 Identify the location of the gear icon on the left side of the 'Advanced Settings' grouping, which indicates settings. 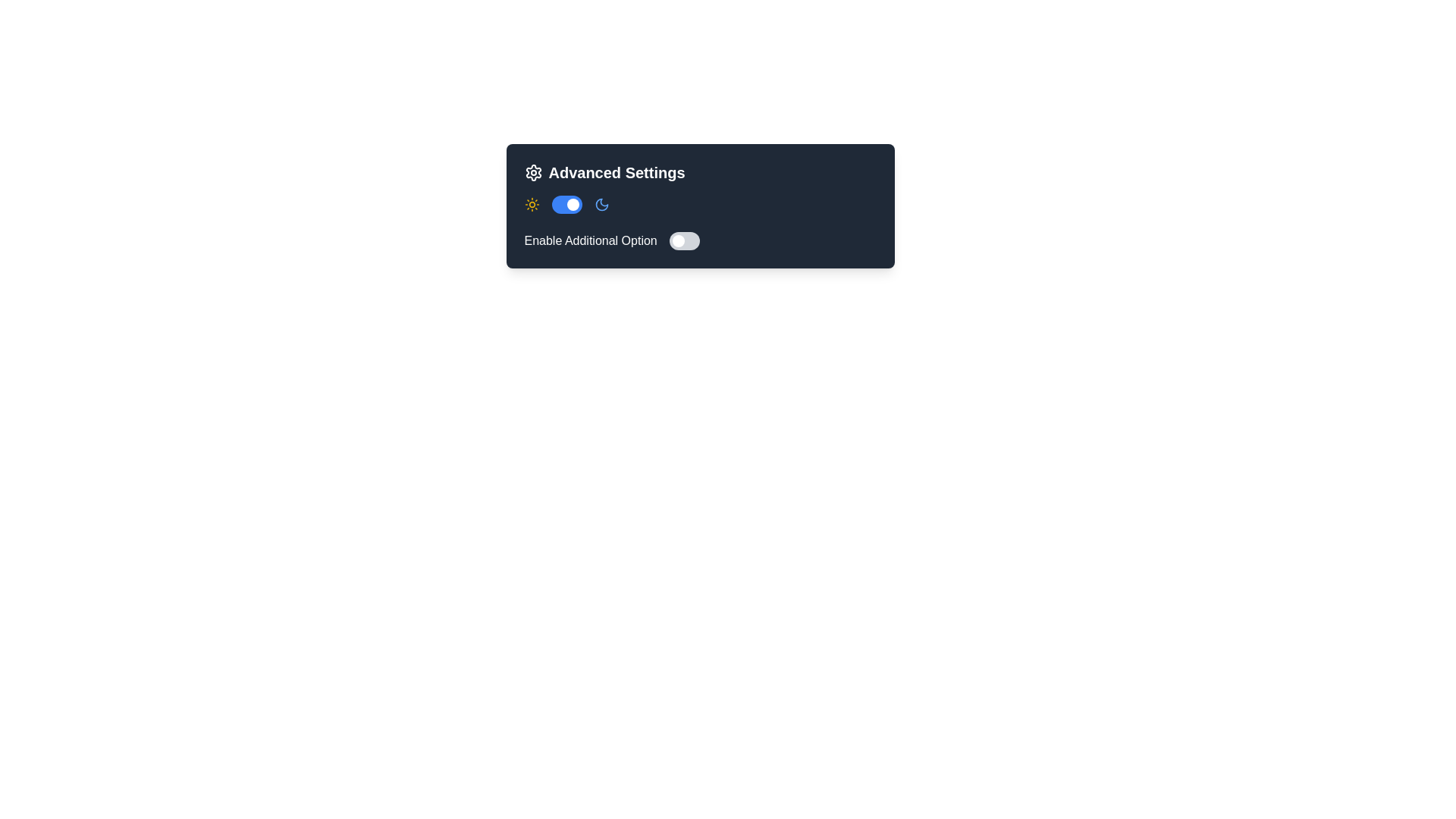
(533, 171).